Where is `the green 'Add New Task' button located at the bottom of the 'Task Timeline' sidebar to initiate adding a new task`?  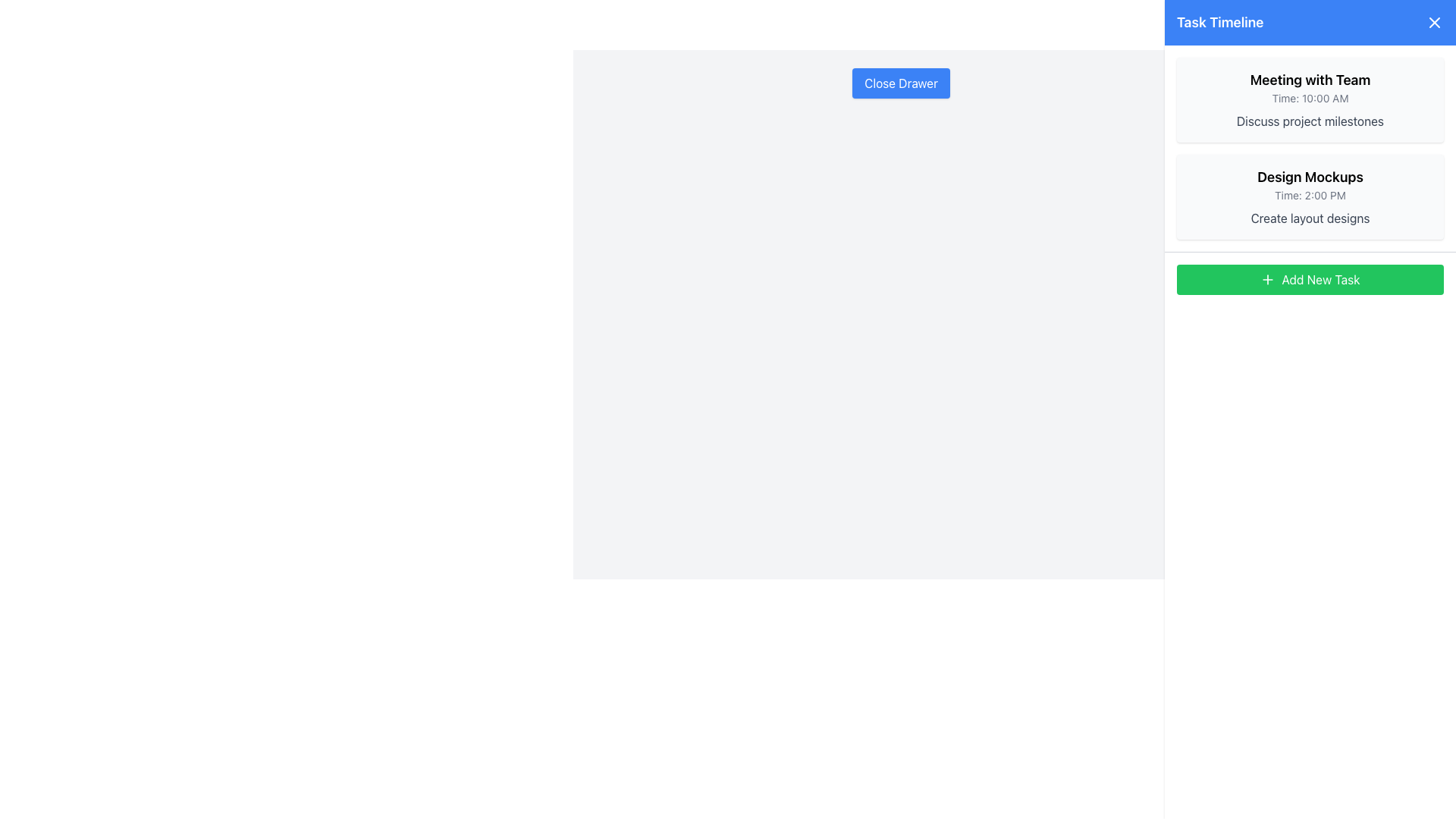 the green 'Add New Task' button located at the bottom of the 'Task Timeline' sidebar to initiate adding a new task is located at coordinates (1310, 280).